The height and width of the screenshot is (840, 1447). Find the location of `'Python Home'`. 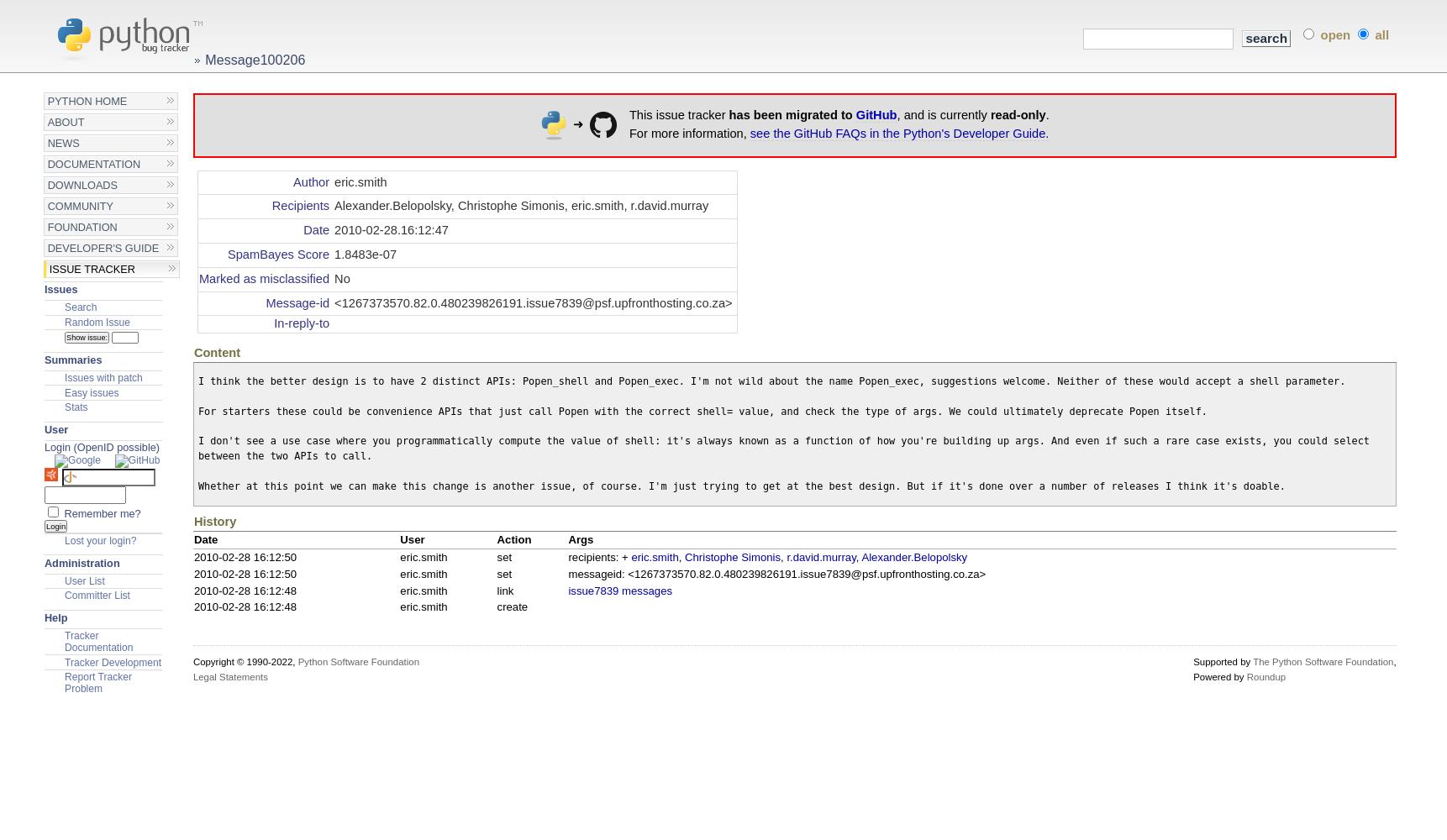

'Python Home' is located at coordinates (86, 100).